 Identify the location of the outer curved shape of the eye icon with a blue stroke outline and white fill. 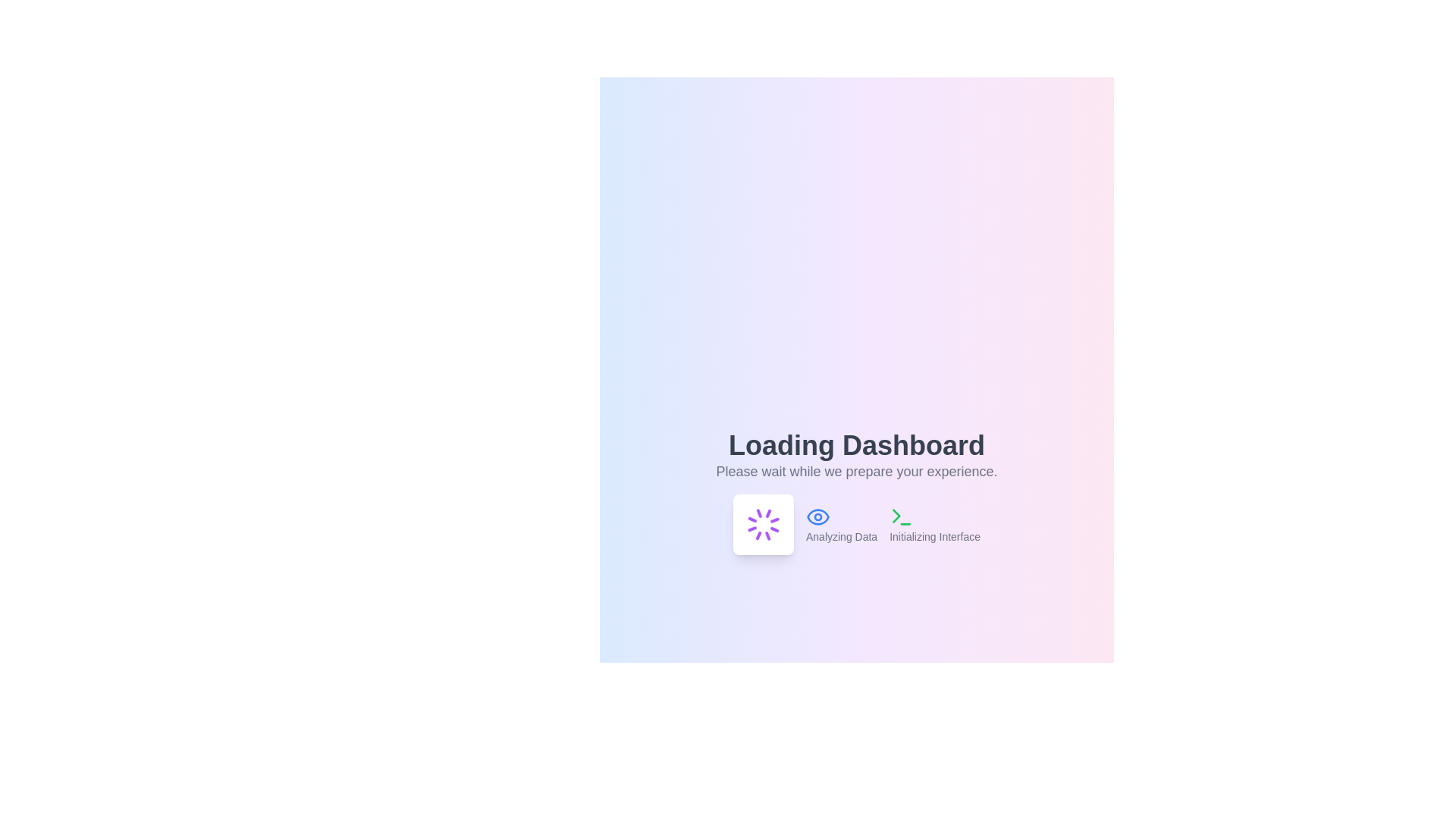
(817, 516).